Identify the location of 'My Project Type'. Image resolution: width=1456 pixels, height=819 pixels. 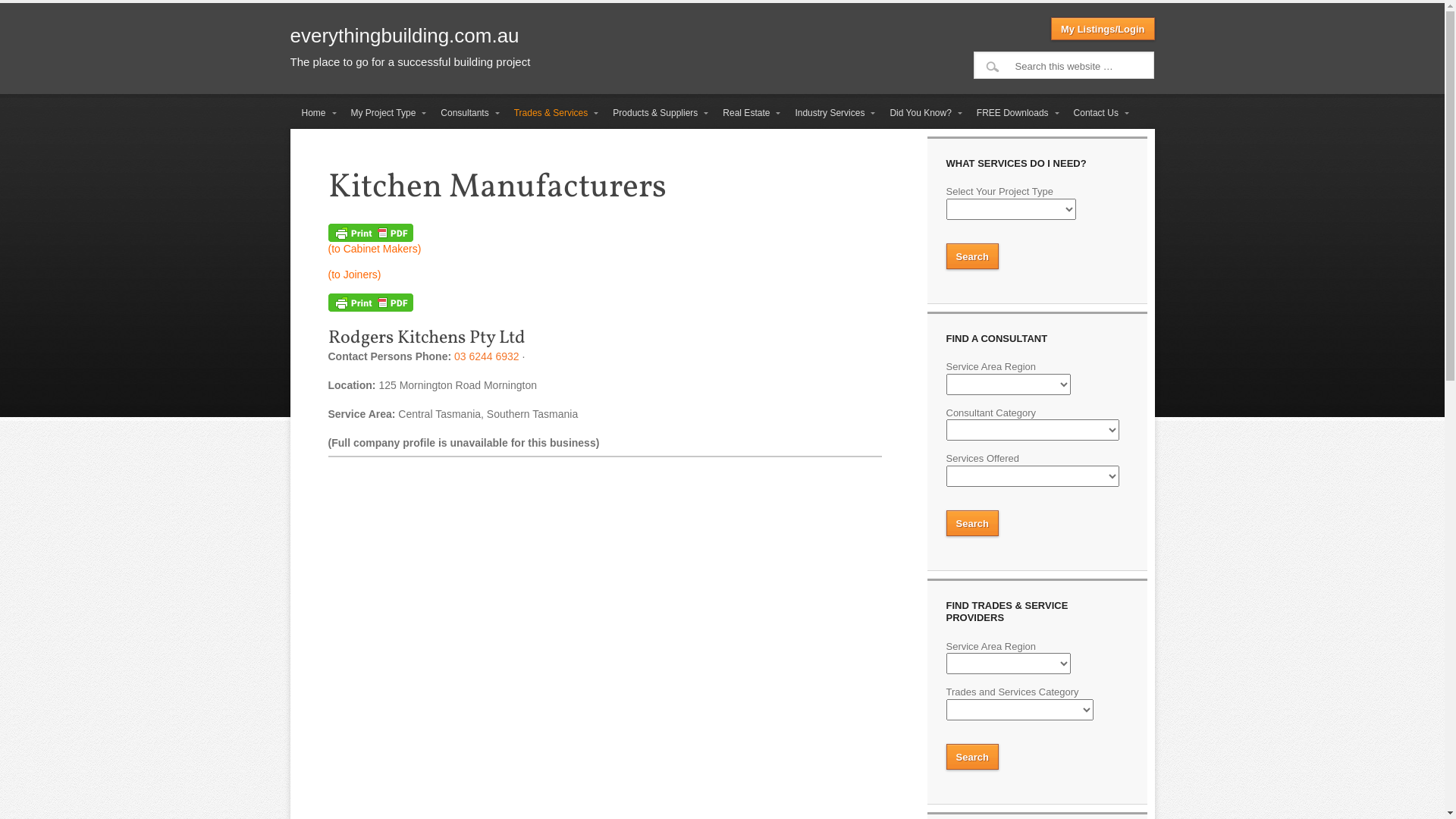
(384, 112).